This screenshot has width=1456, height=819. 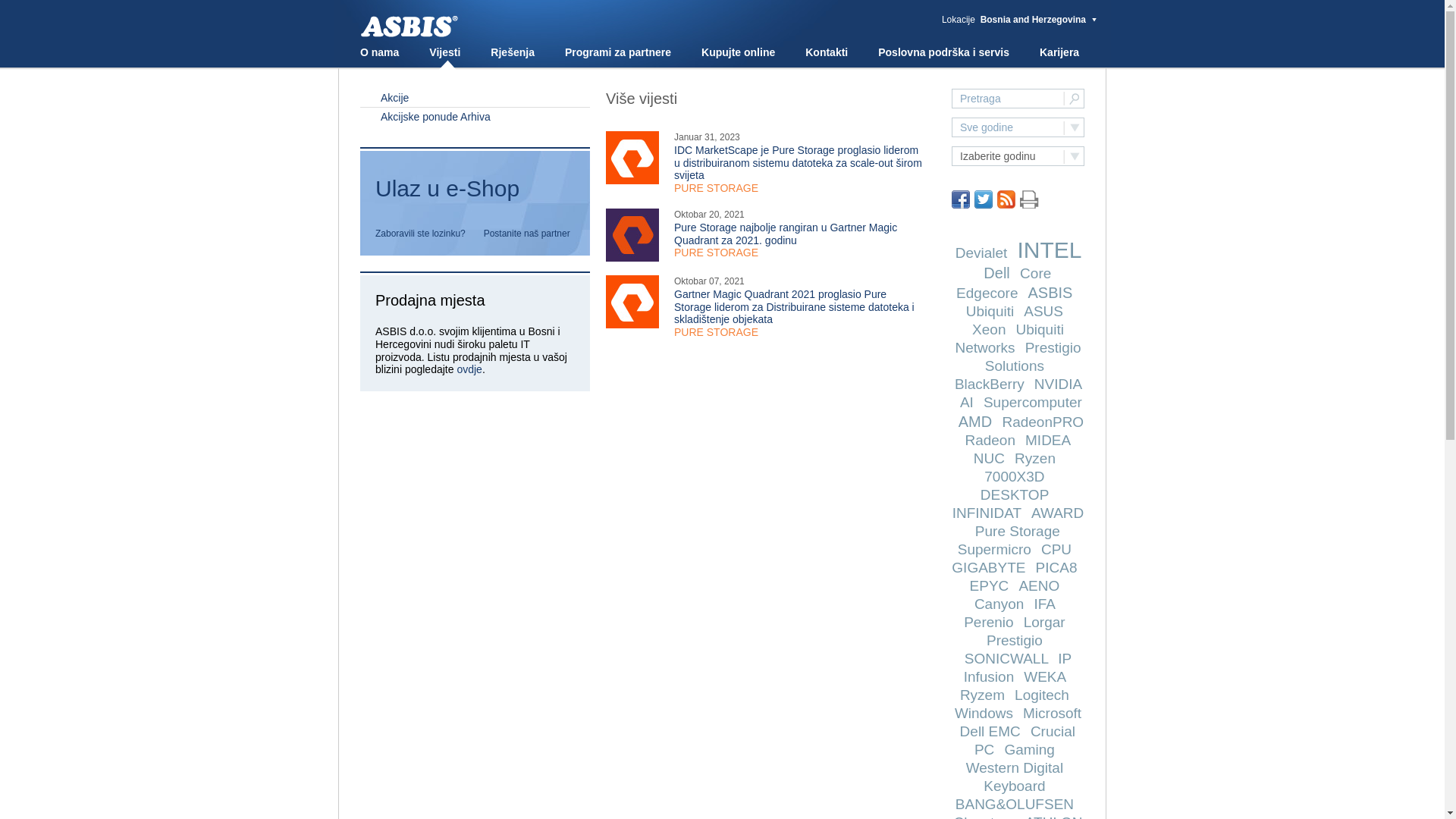 What do you see at coordinates (1052, 730) in the screenshot?
I see `'Crucial'` at bounding box center [1052, 730].